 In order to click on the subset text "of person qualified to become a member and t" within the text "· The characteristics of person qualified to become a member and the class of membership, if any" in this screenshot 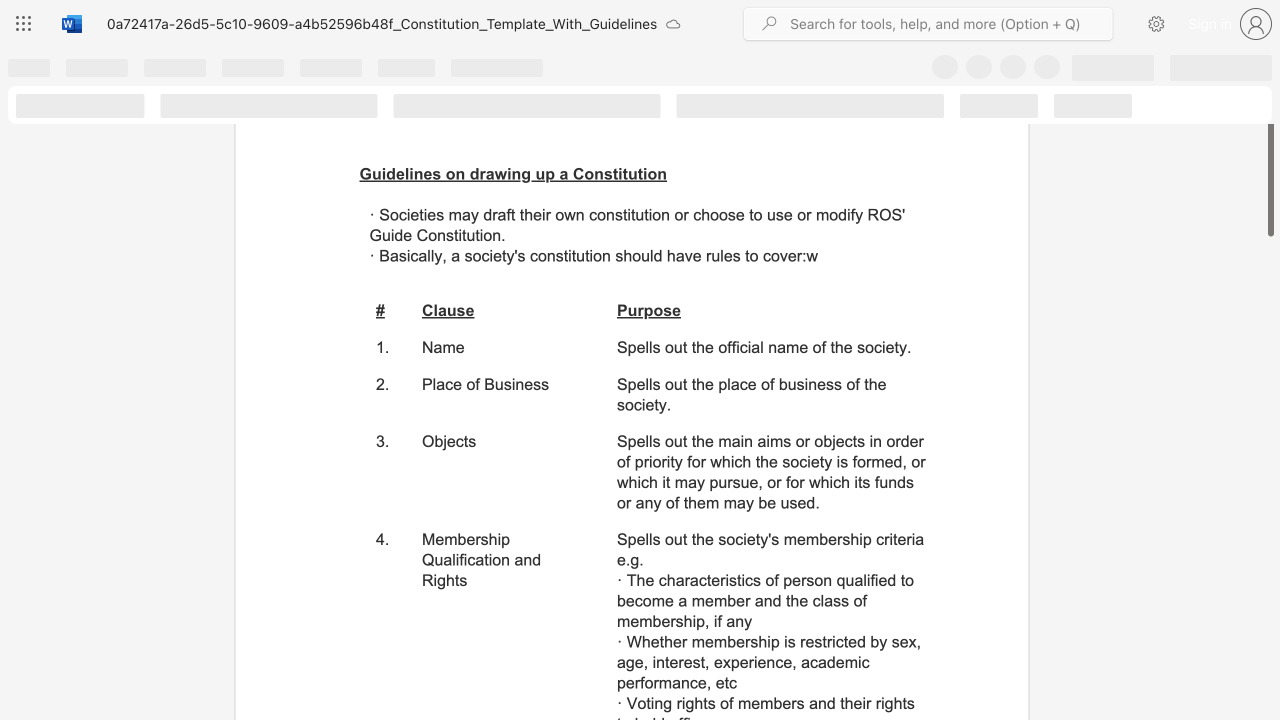, I will do `click(764, 580)`.